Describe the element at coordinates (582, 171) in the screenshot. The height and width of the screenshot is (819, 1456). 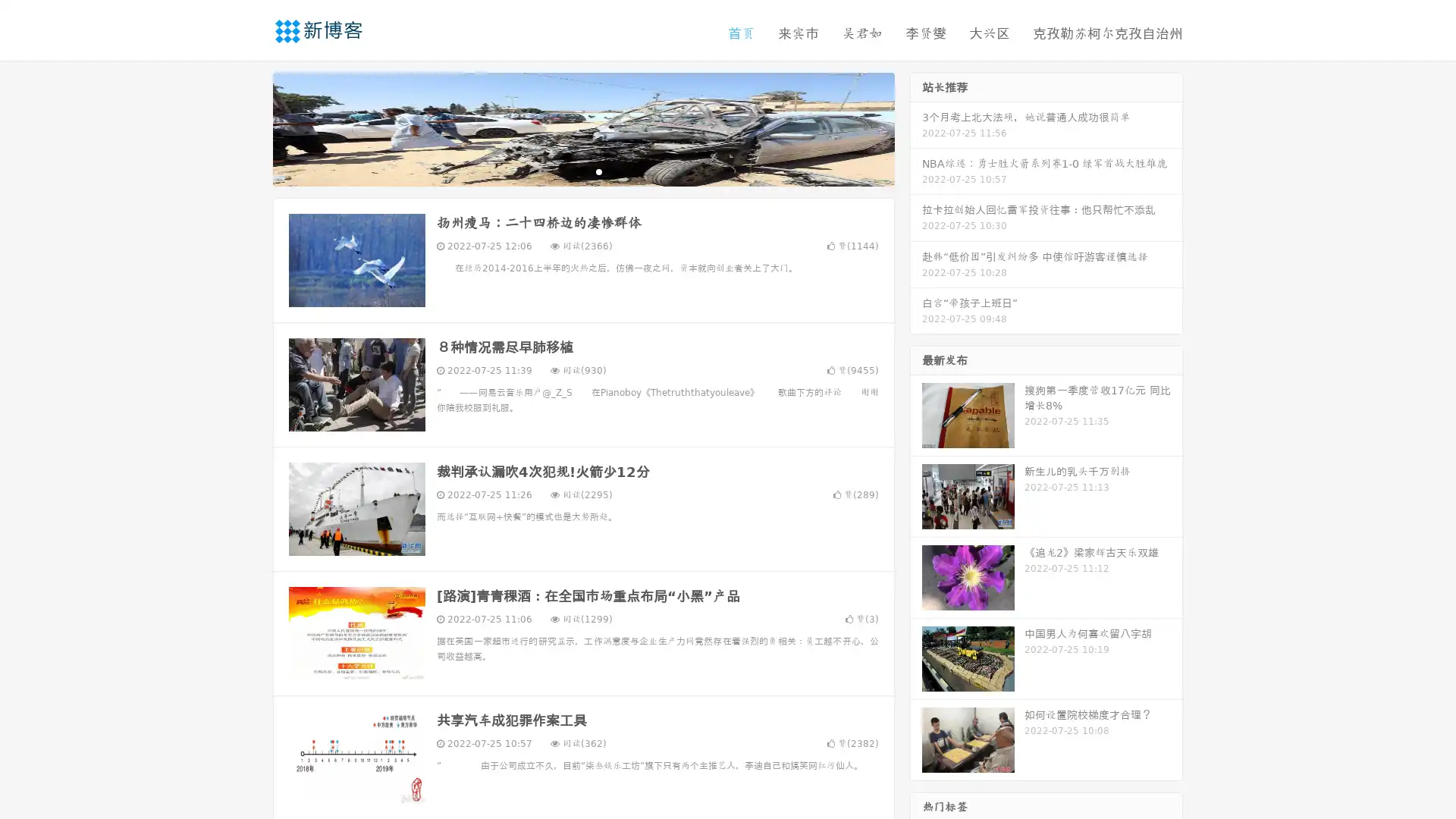
I see `Go to slide 2` at that location.